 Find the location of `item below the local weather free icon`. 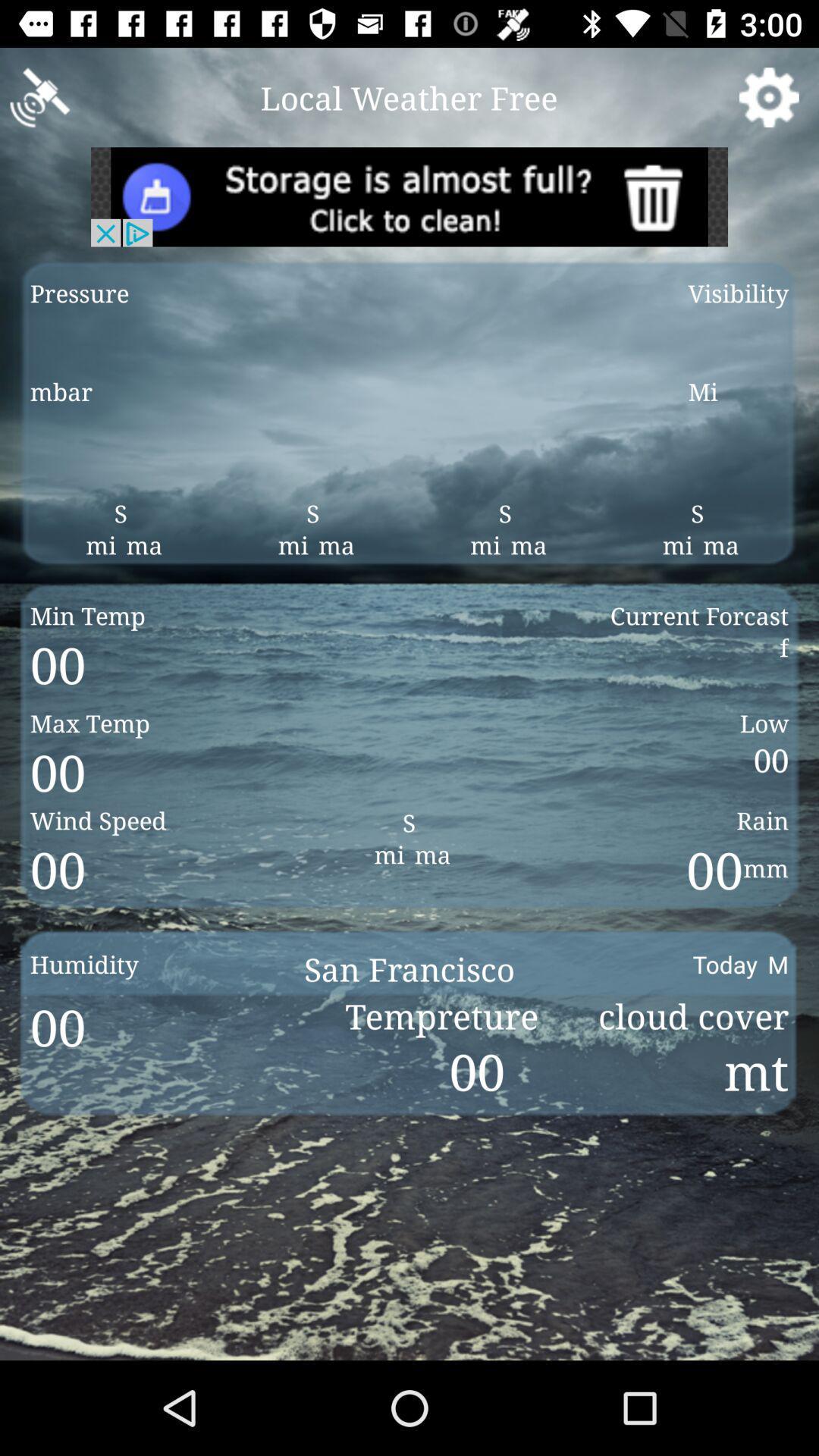

item below the local weather free icon is located at coordinates (409, 196).